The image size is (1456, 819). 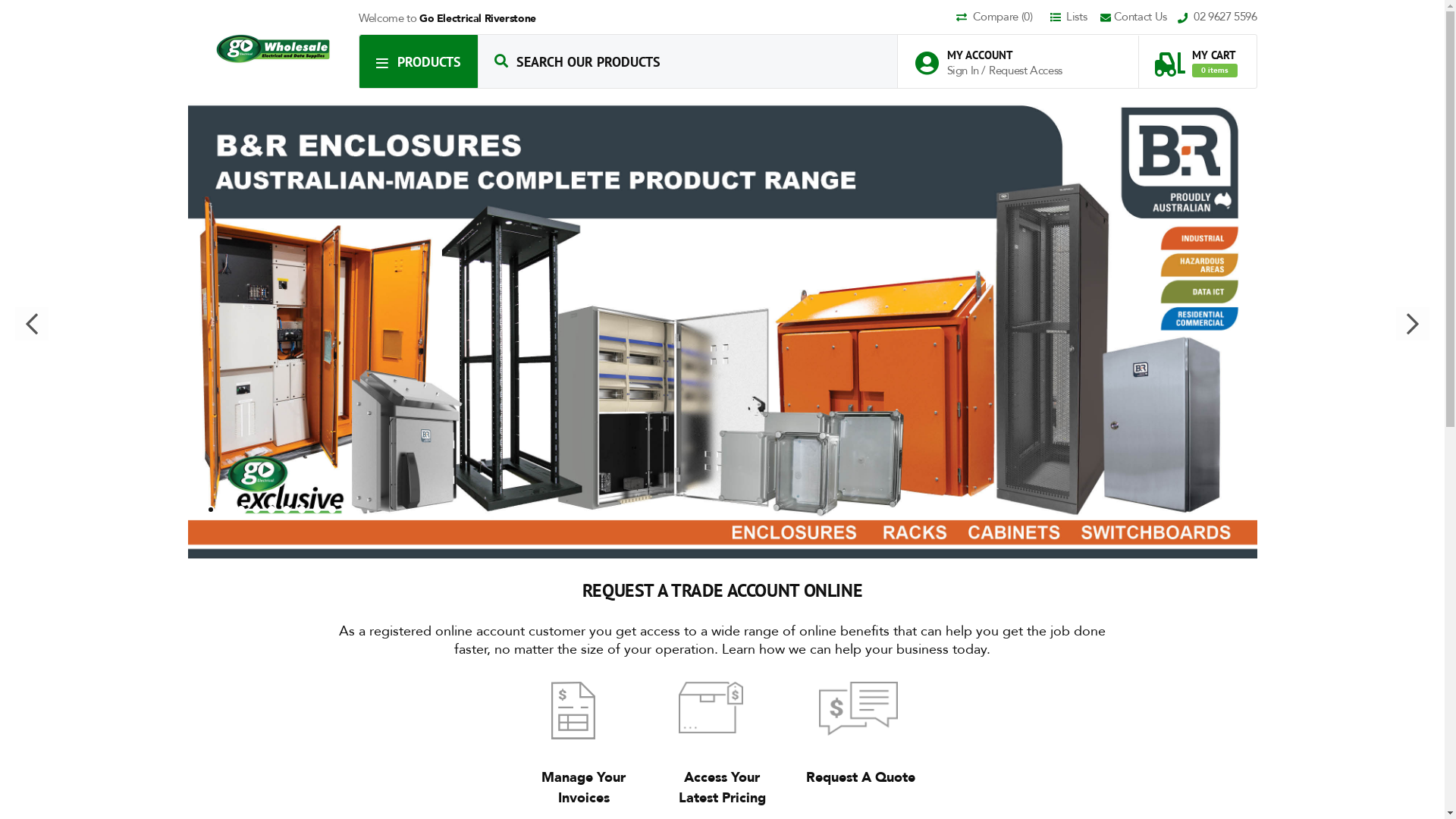 What do you see at coordinates (946, 70) in the screenshot?
I see `'Sign In'` at bounding box center [946, 70].